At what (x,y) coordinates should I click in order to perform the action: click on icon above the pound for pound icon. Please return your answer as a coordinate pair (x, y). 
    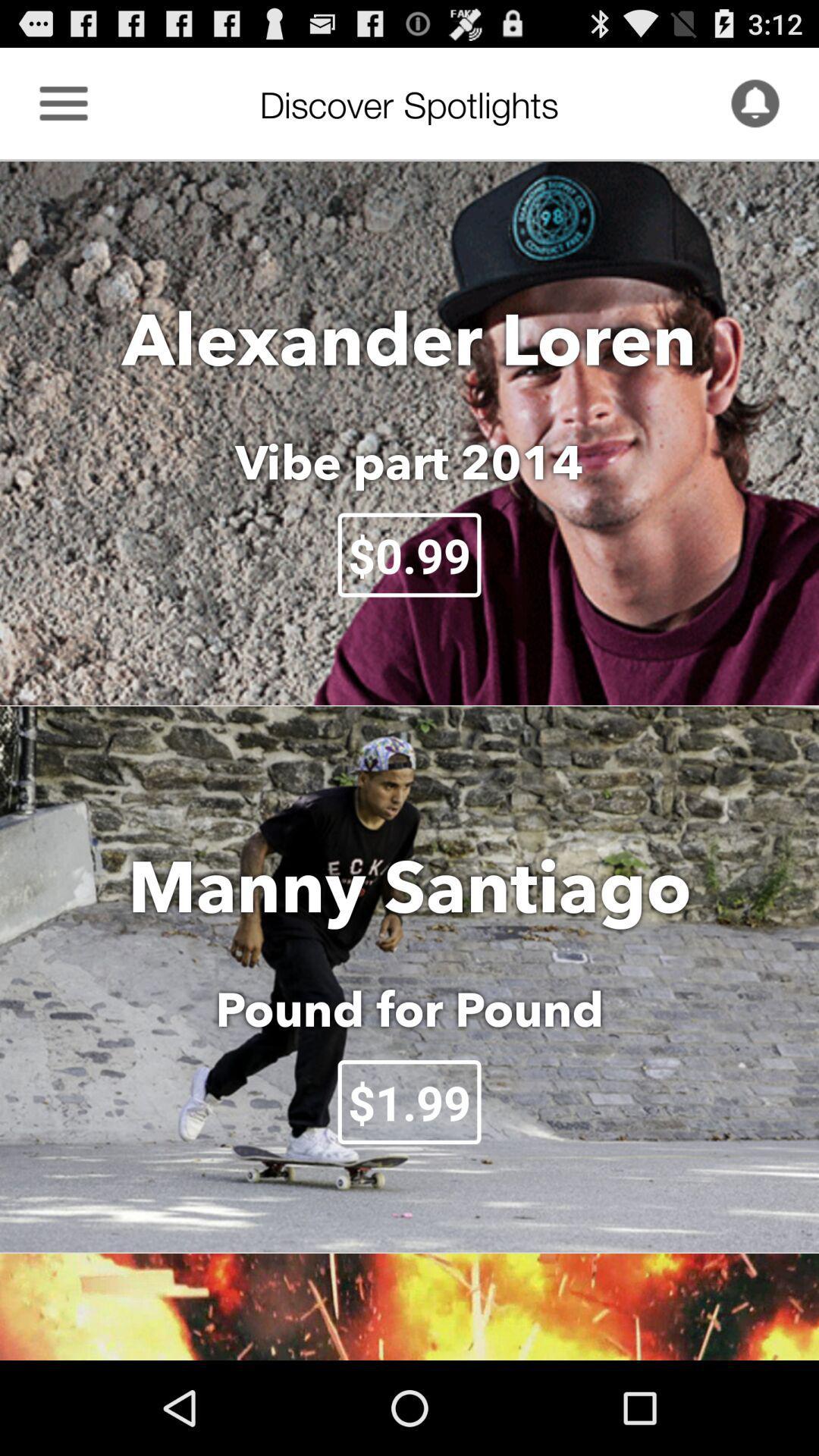
    Looking at the image, I should click on (409, 886).